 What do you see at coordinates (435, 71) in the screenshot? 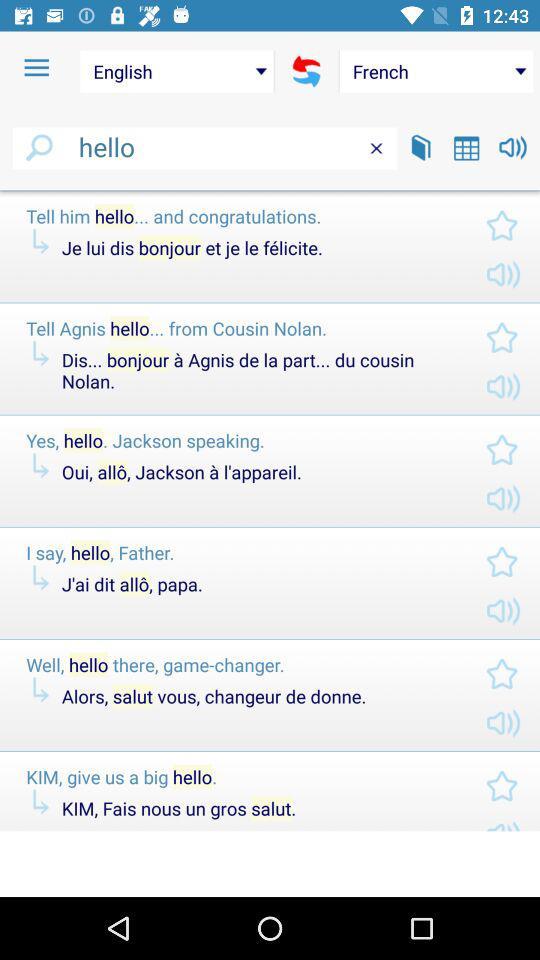
I see `the french` at bounding box center [435, 71].